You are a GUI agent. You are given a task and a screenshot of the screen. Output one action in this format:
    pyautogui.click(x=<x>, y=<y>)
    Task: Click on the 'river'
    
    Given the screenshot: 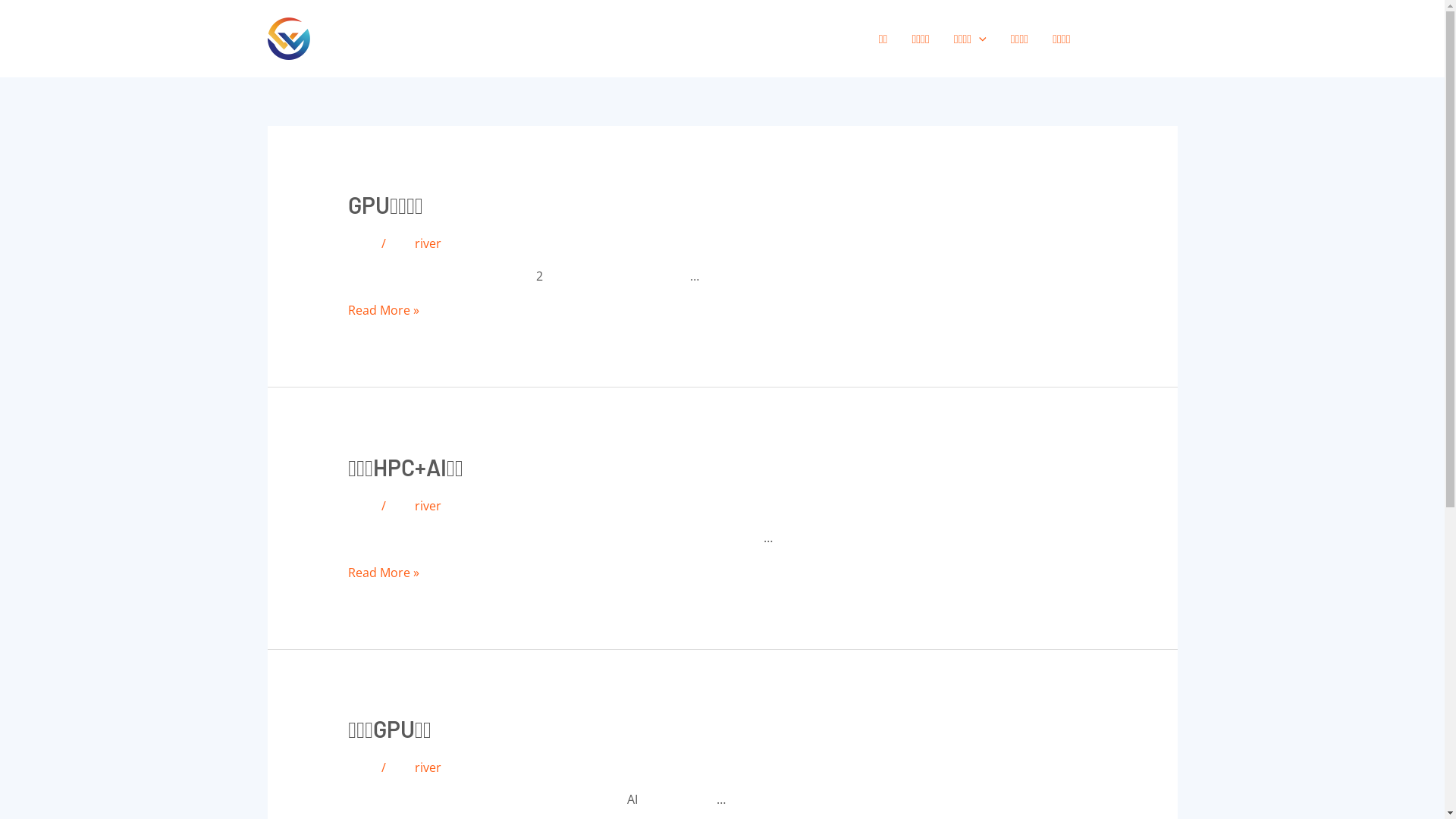 What is the action you would take?
    pyautogui.click(x=415, y=506)
    